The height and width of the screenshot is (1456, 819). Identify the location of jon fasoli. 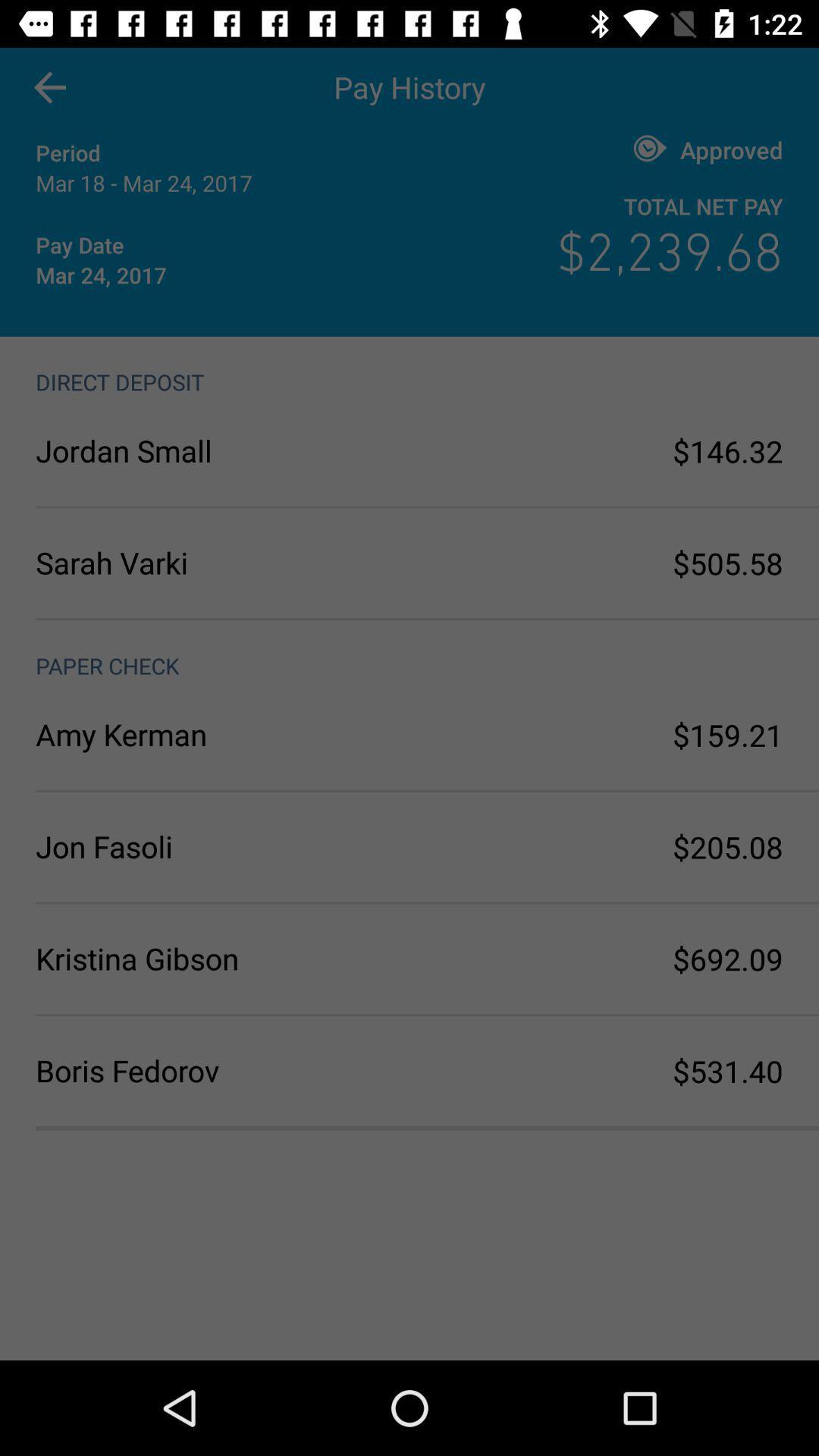
(222, 846).